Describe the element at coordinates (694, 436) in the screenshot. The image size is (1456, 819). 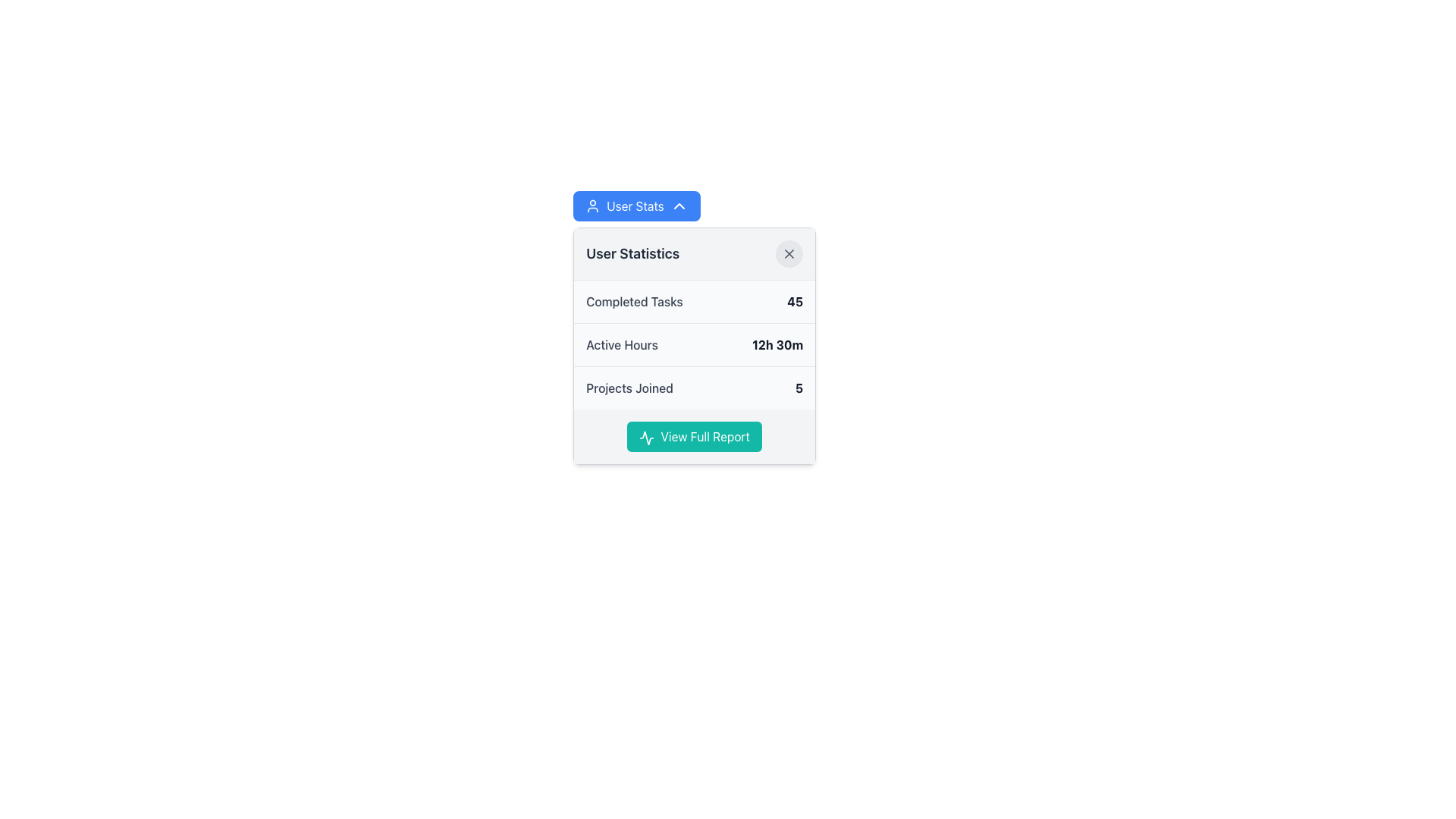
I see `the 'View Full Report' button with a teal background and rounded corners located at the bottom center of the 'User Statistics' card` at that location.